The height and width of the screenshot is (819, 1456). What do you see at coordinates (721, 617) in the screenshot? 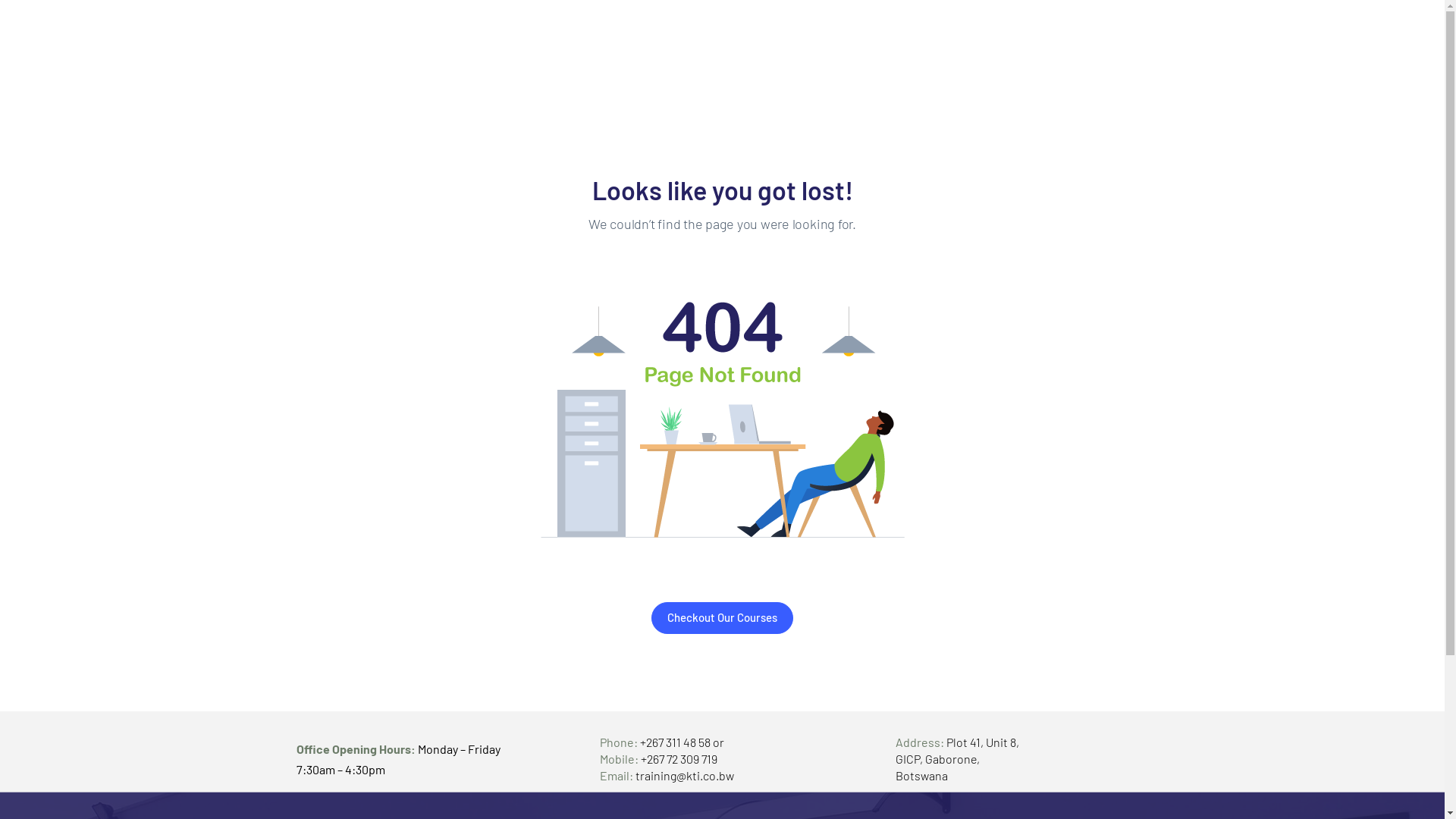
I see `'Checkout Our Courses'` at bounding box center [721, 617].